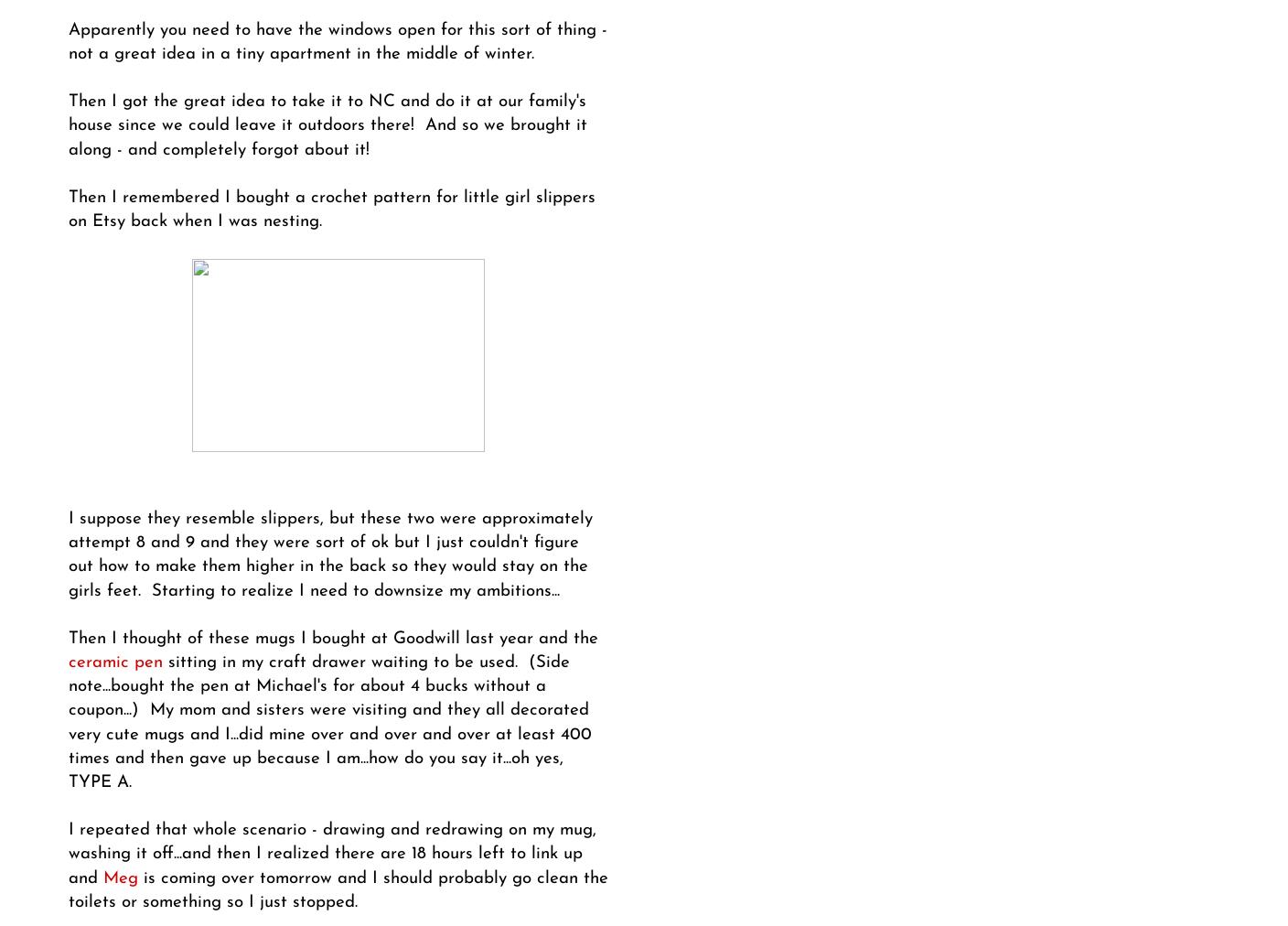  I want to click on 'ceramic pen', so click(115, 662).